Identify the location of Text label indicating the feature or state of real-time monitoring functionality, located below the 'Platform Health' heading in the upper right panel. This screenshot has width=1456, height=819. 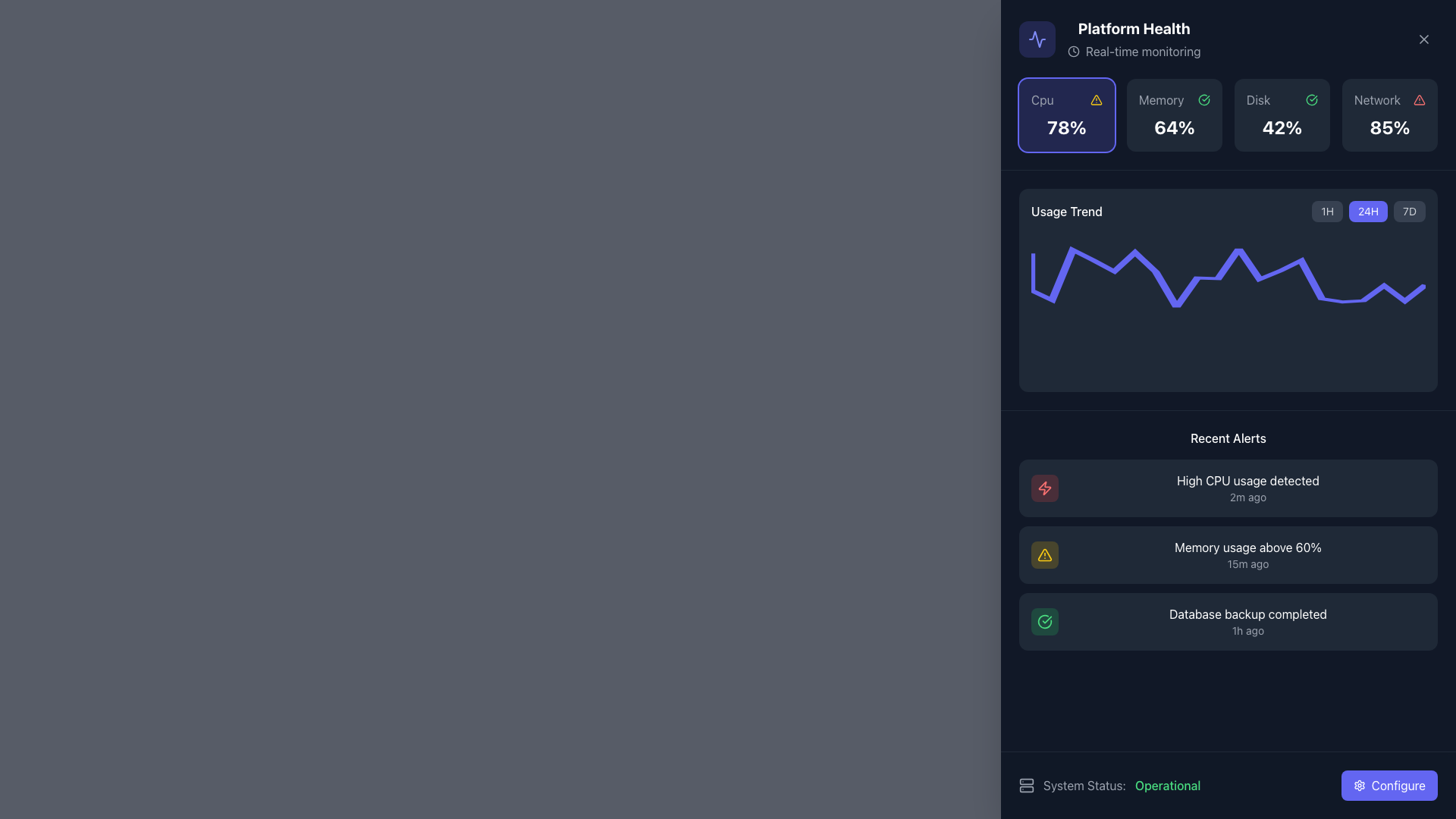
(1134, 51).